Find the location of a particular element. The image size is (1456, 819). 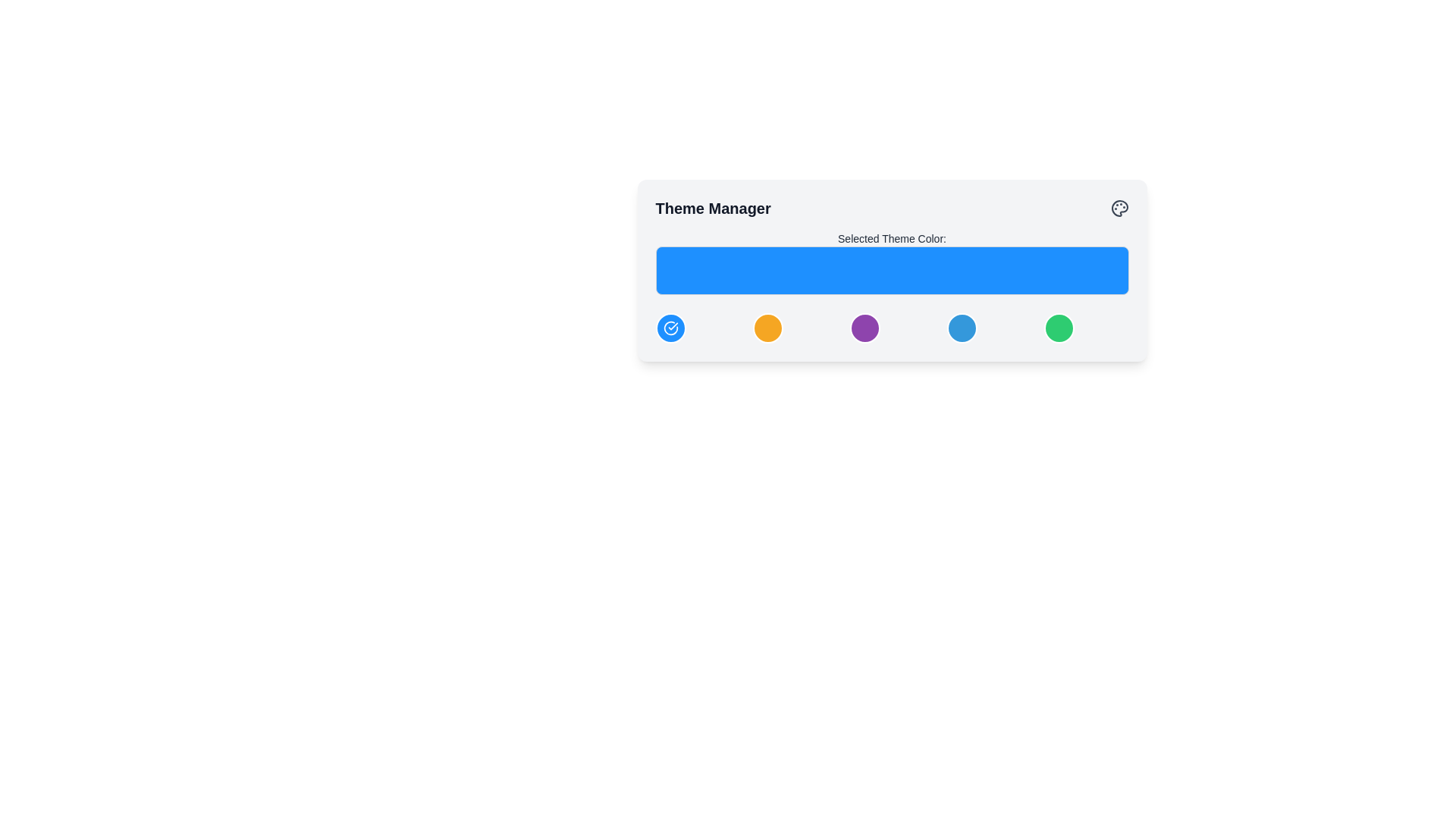

the circular icon with a blue background and white check mark is located at coordinates (670, 327).